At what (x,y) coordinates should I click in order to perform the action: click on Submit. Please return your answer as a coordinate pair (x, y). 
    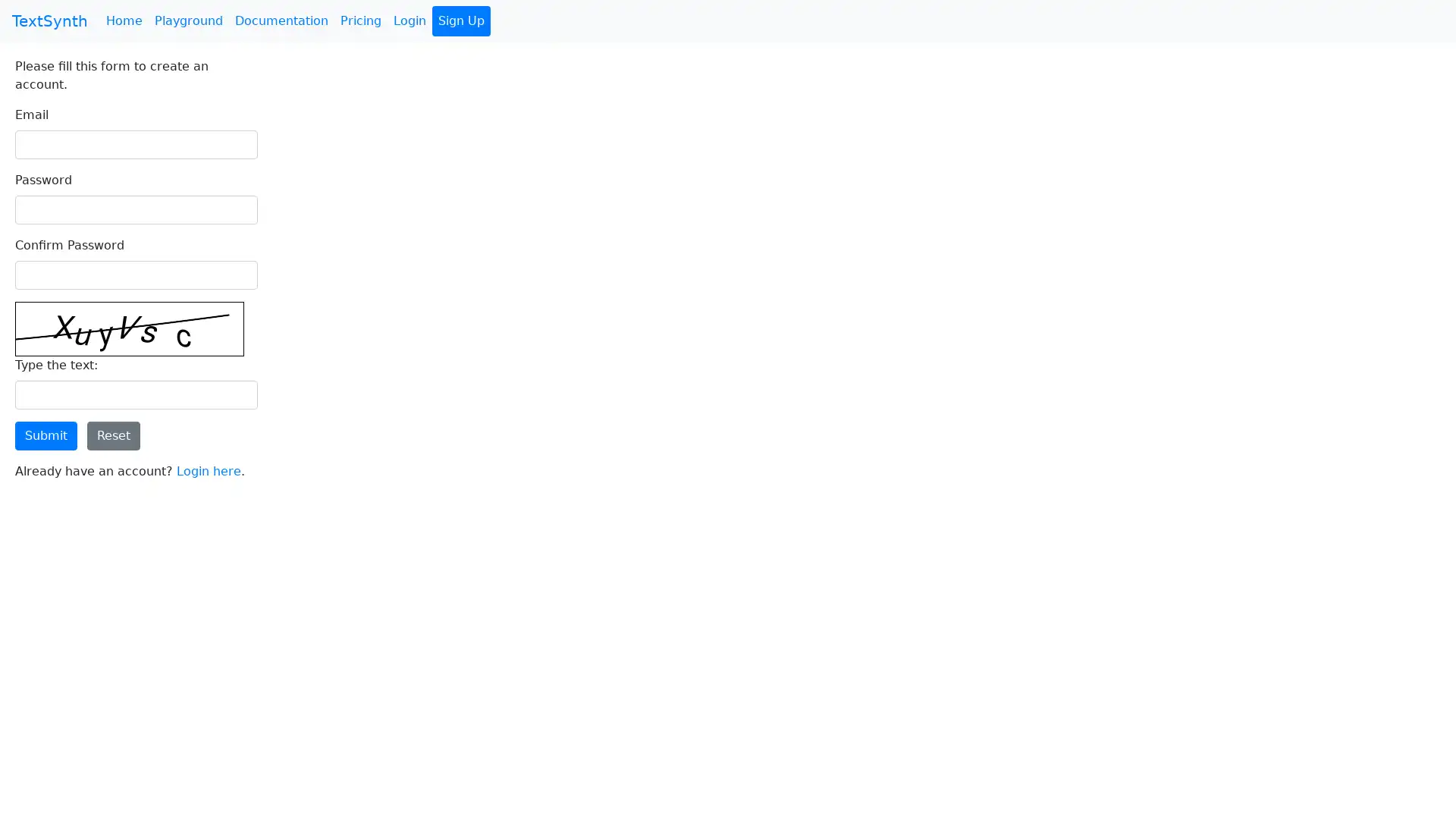
    Looking at the image, I should click on (46, 435).